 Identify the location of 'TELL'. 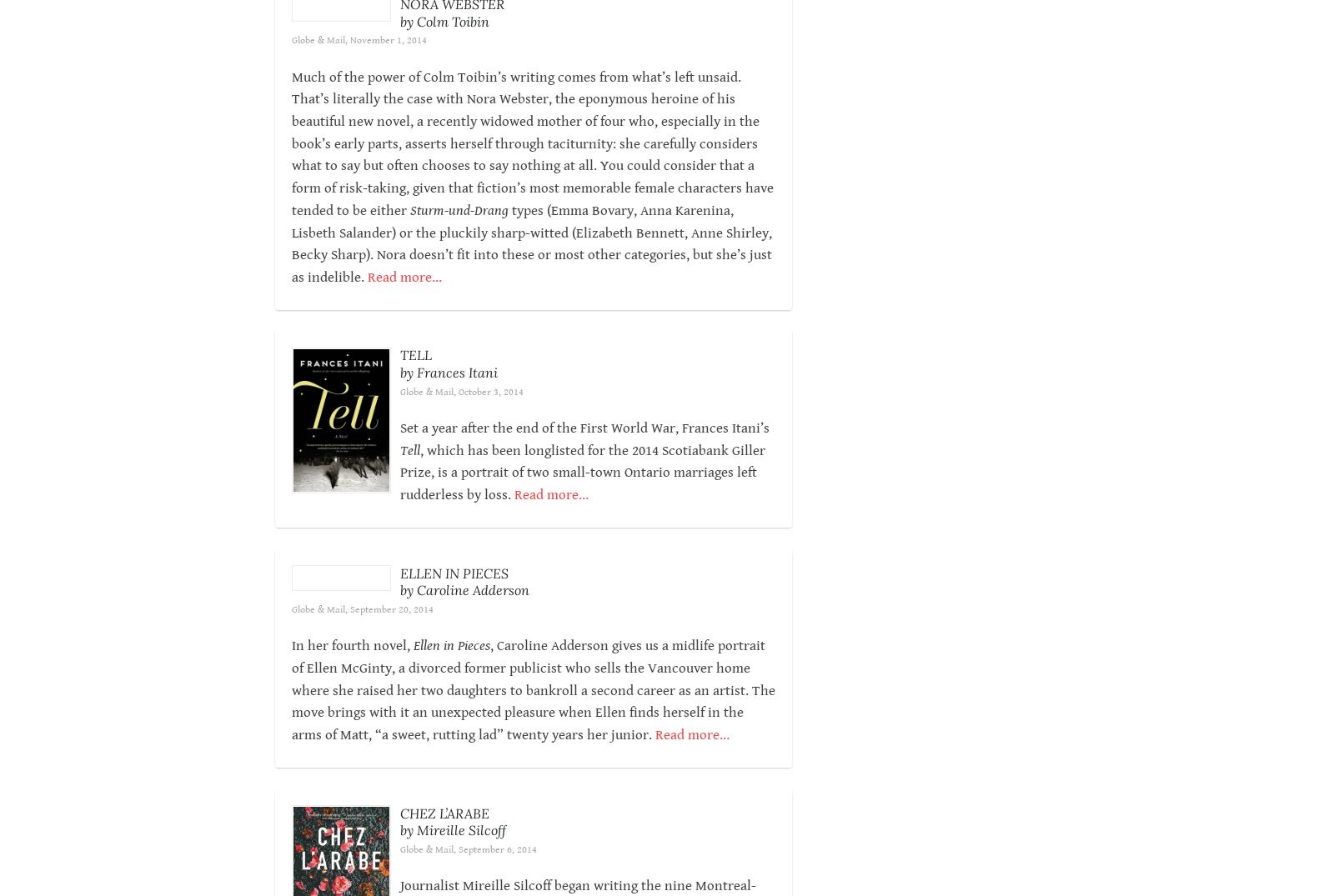
(414, 378).